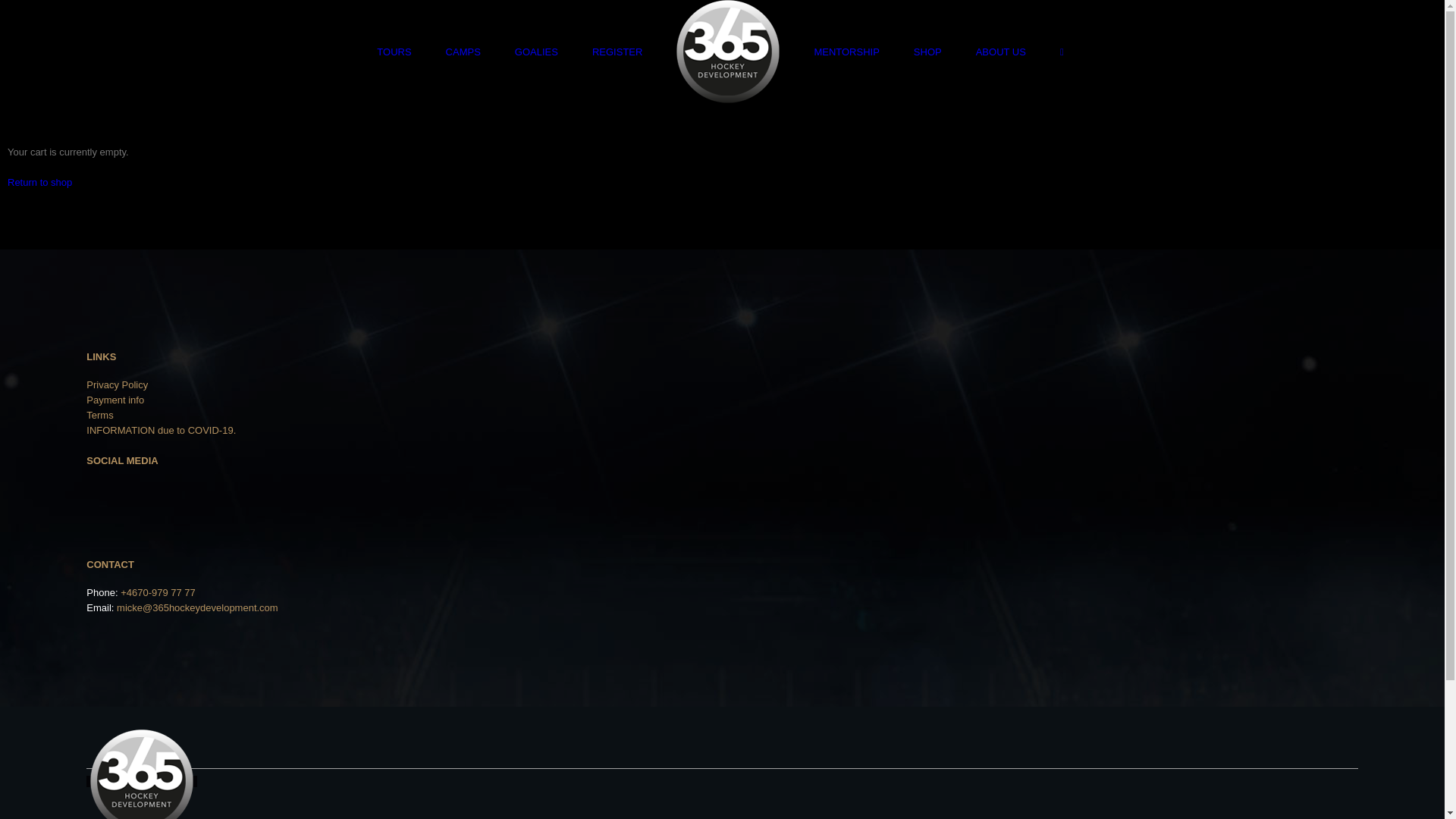 This screenshot has height=819, width=1456. I want to click on '+4670-979 77 77', so click(158, 591).